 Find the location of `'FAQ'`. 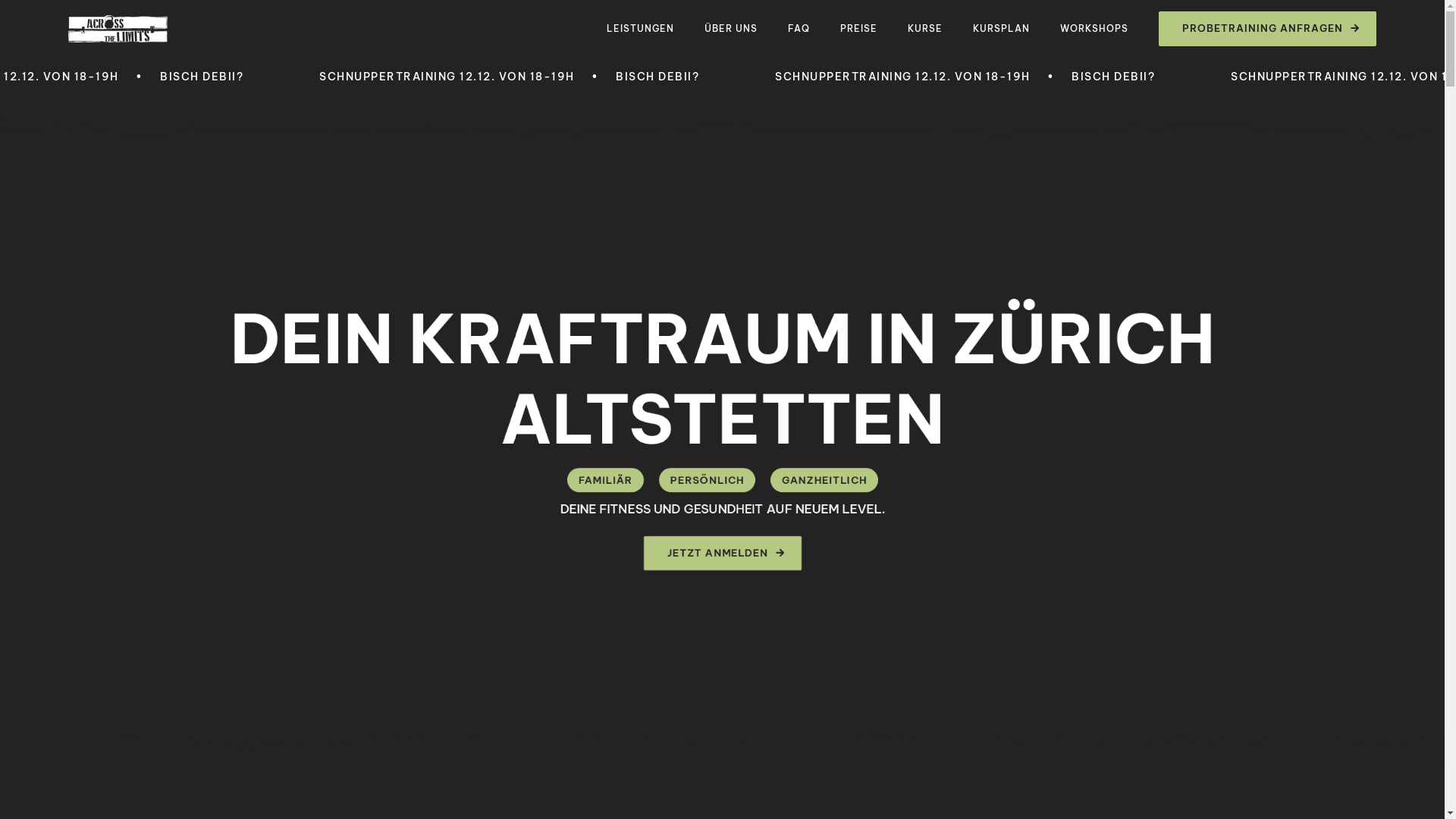

'FAQ' is located at coordinates (813, 29).